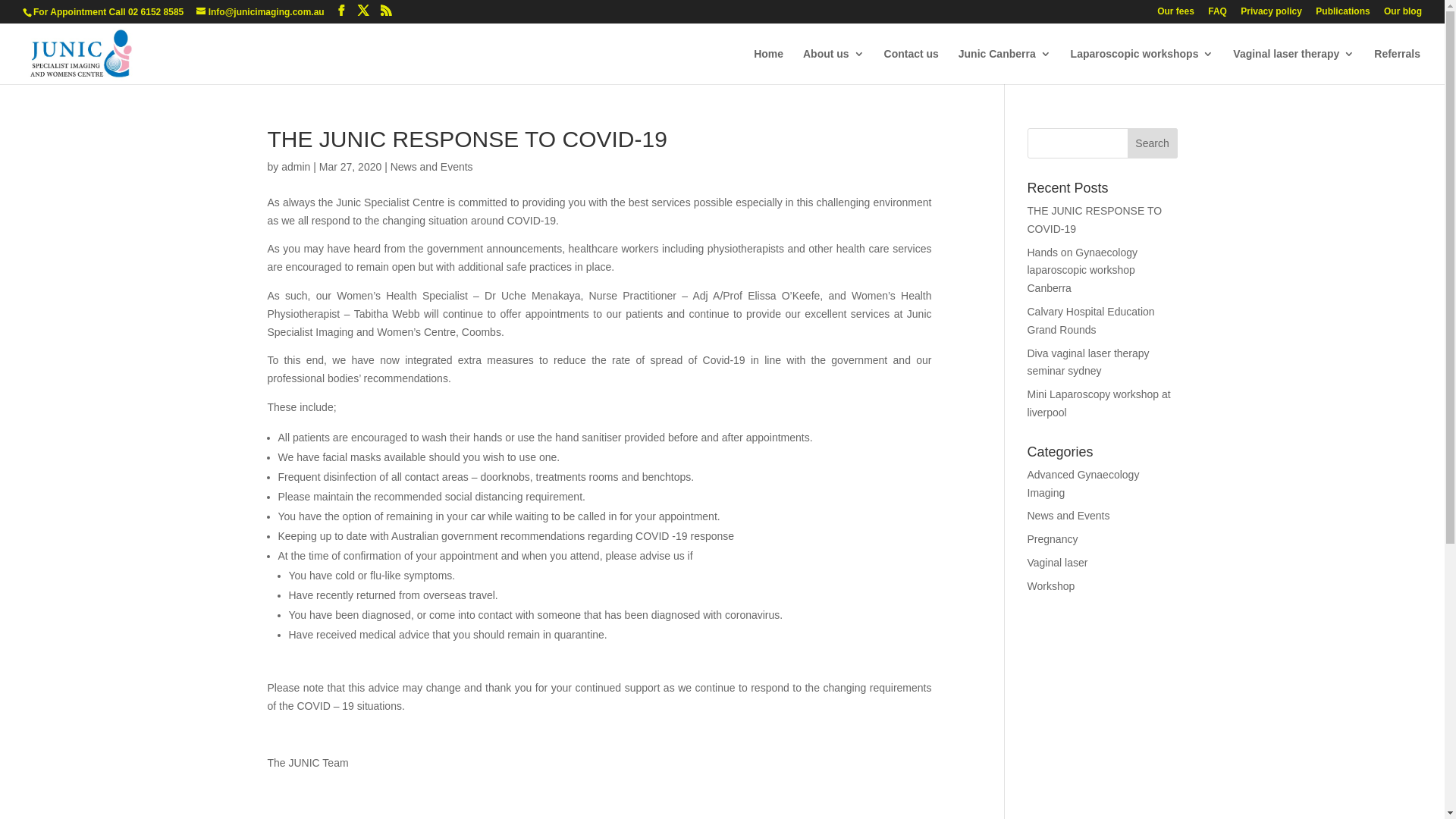 The height and width of the screenshot is (819, 1456). Describe the element at coordinates (1094, 219) in the screenshot. I see `'THE JUNIC RESPONSE TO COVID-19'` at that location.